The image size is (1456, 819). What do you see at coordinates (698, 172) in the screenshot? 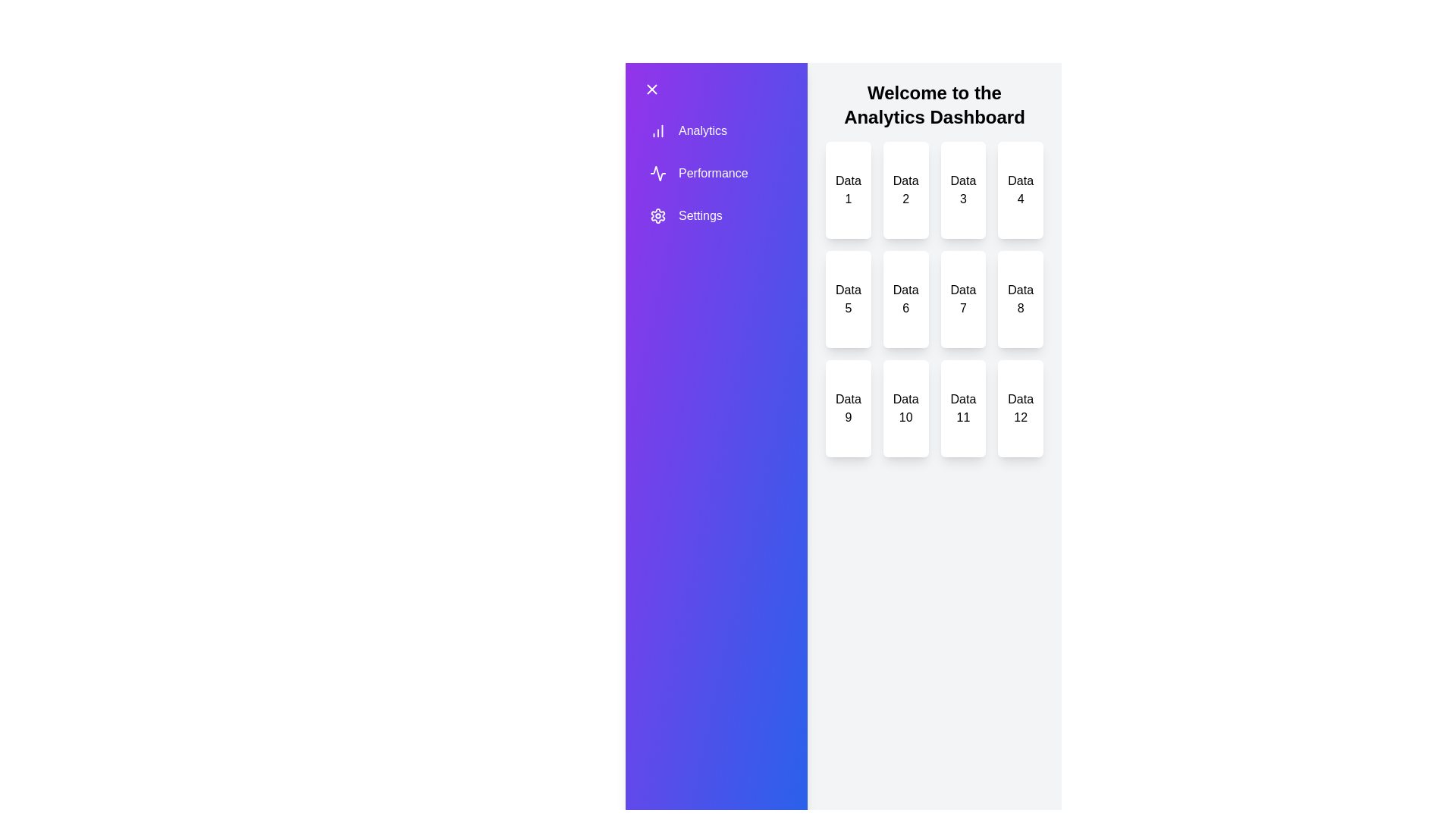
I see `the 'Performance' menu item` at bounding box center [698, 172].